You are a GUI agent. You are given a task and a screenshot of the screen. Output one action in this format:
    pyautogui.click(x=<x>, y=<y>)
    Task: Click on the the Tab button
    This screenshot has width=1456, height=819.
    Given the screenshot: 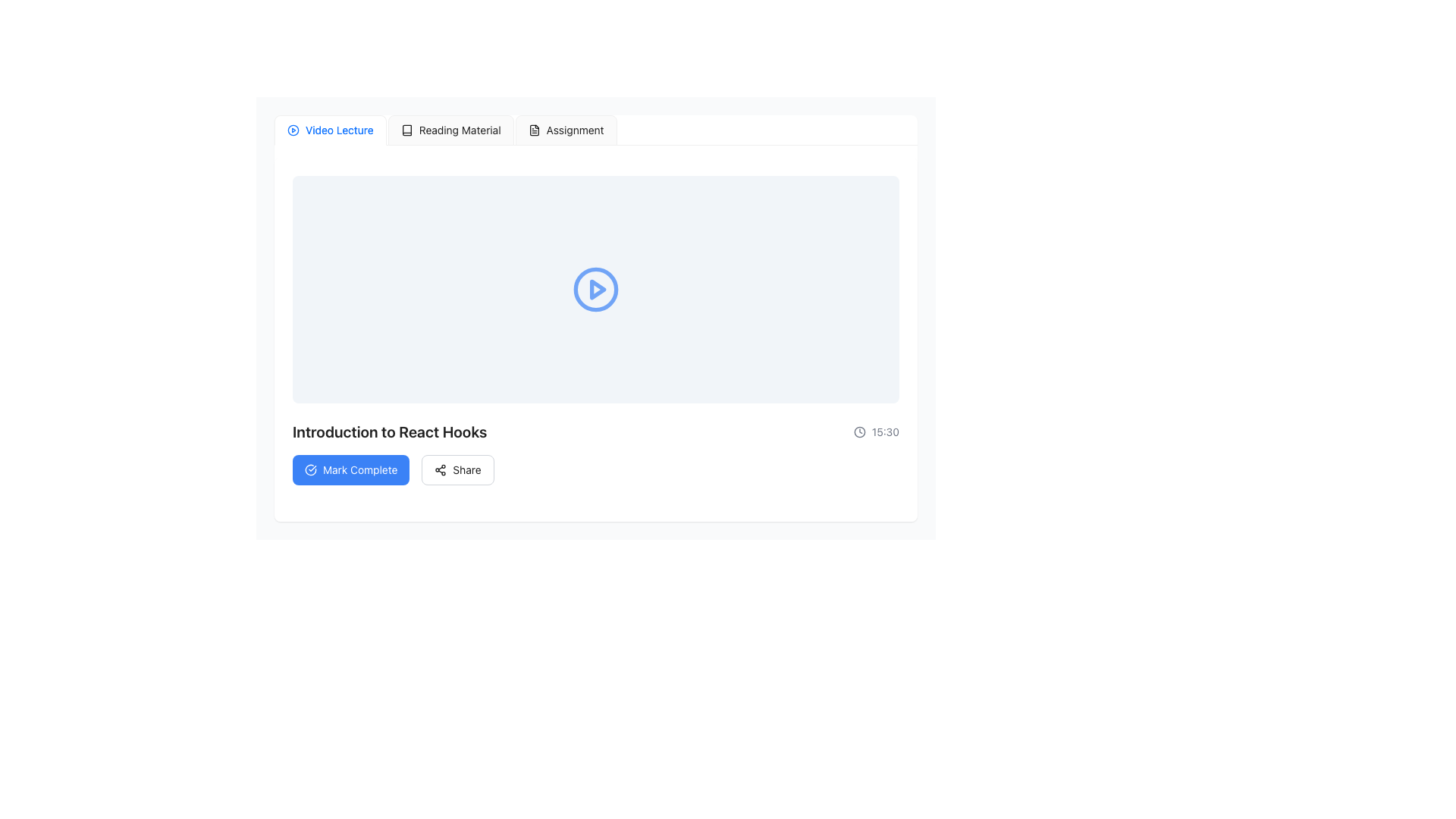 What is the action you would take?
    pyautogui.click(x=565, y=130)
    